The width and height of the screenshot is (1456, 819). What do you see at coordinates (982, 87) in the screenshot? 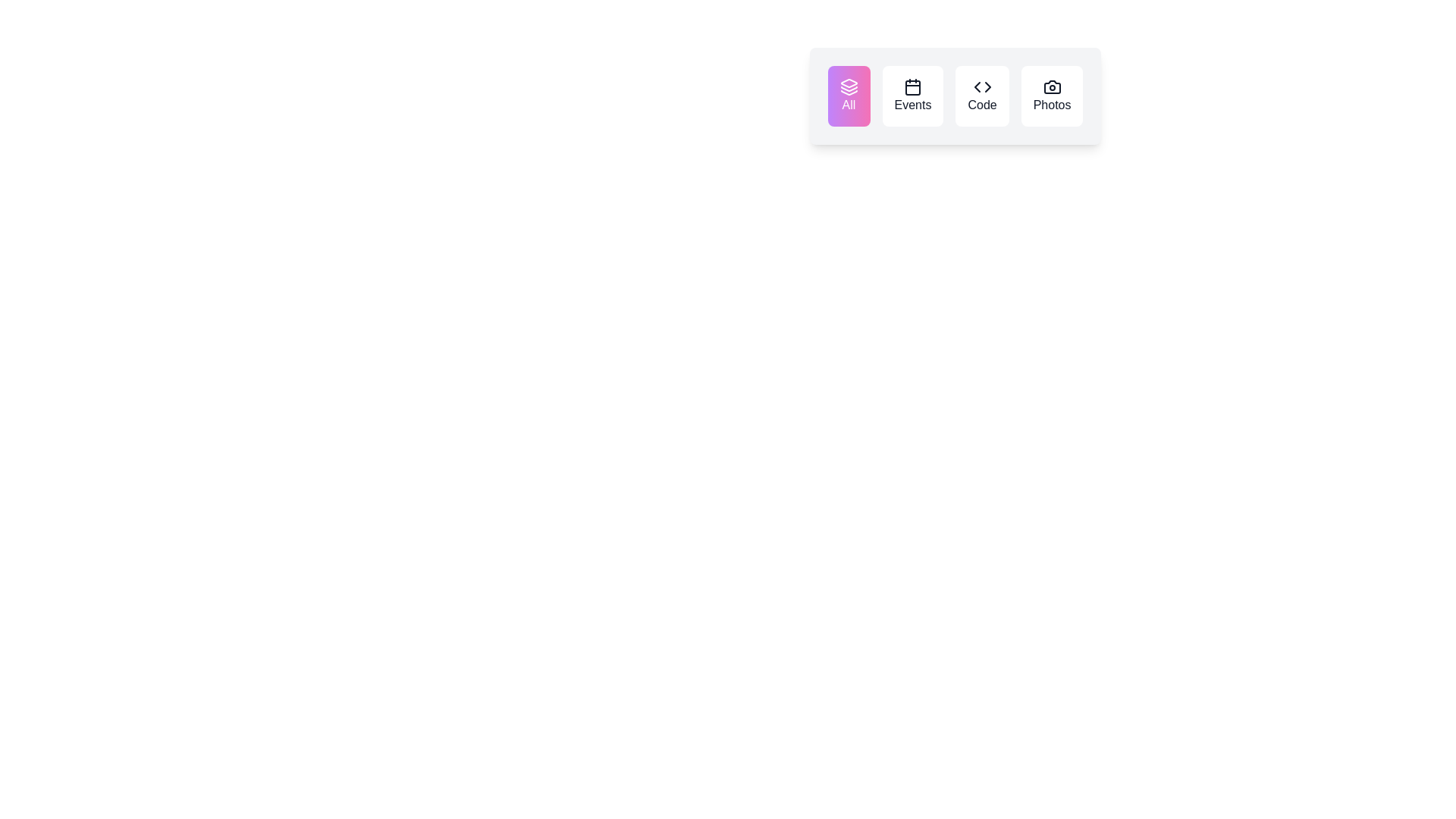
I see `the icon representing the 'Code' button, which is the third button in a row of four, located in the top-right part of the interface` at bounding box center [982, 87].